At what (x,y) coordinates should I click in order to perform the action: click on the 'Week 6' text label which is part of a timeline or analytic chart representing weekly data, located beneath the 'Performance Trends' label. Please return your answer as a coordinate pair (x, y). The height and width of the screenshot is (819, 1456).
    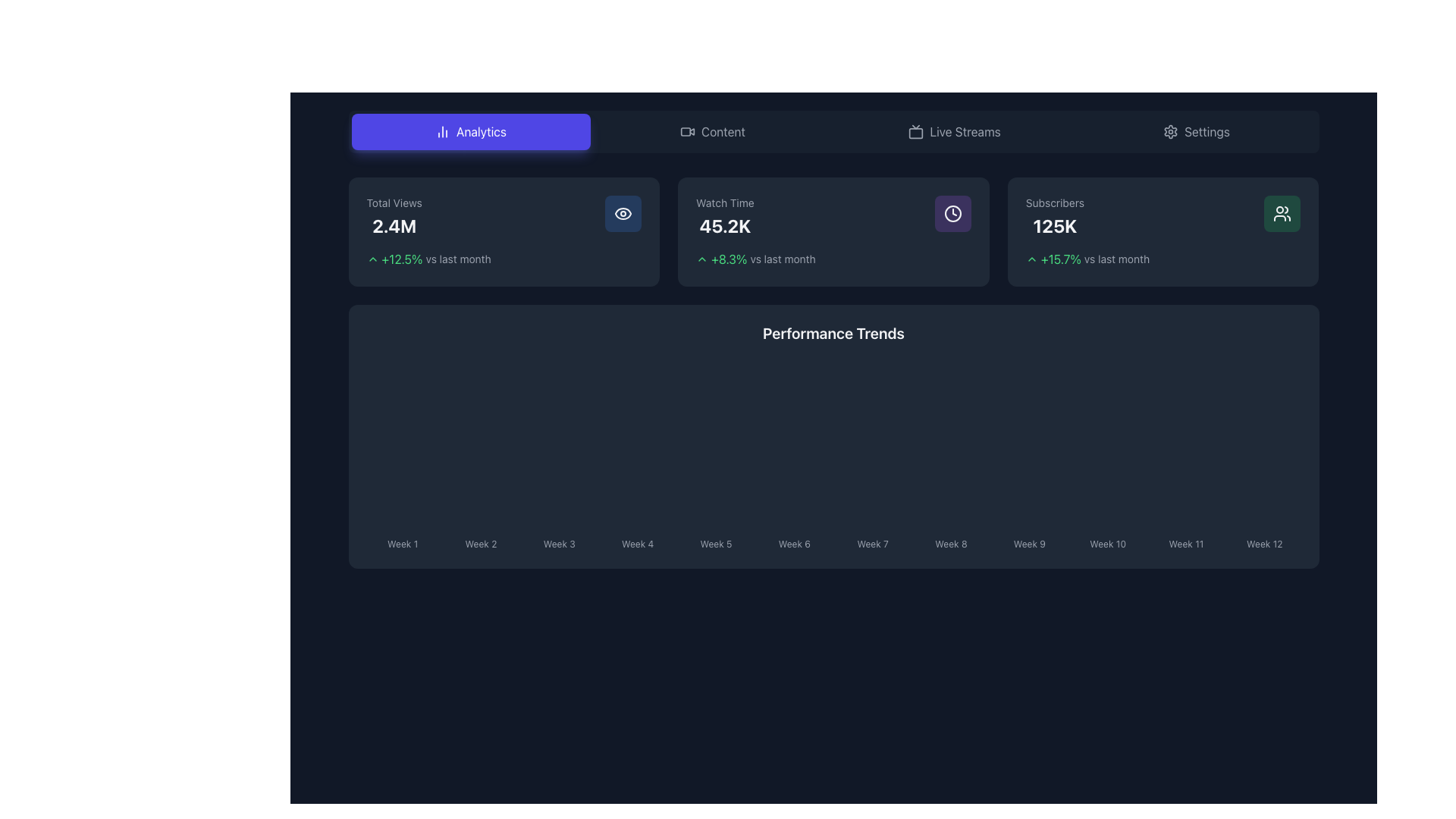
    Looking at the image, I should click on (793, 540).